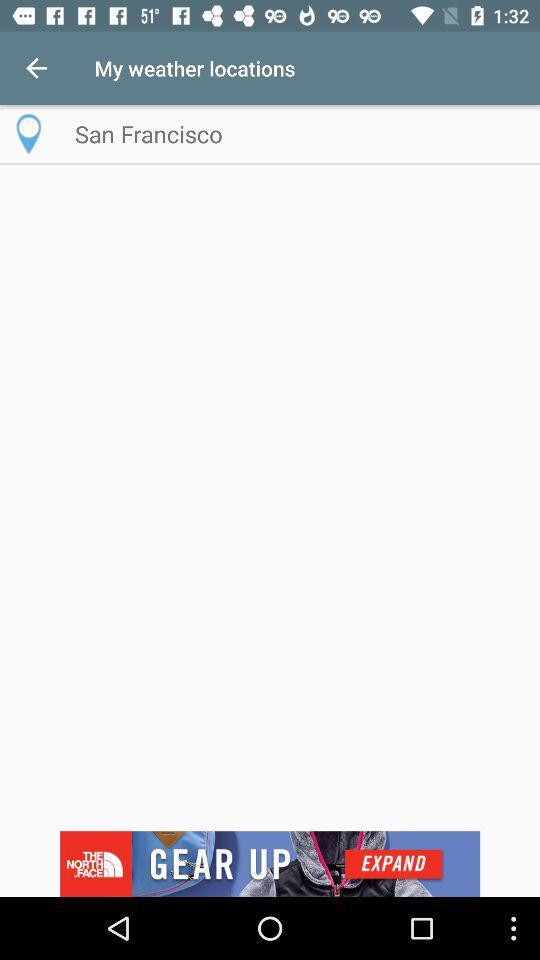  Describe the element at coordinates (270, 863) in the screenshot. I see `the advertisement` at that location.